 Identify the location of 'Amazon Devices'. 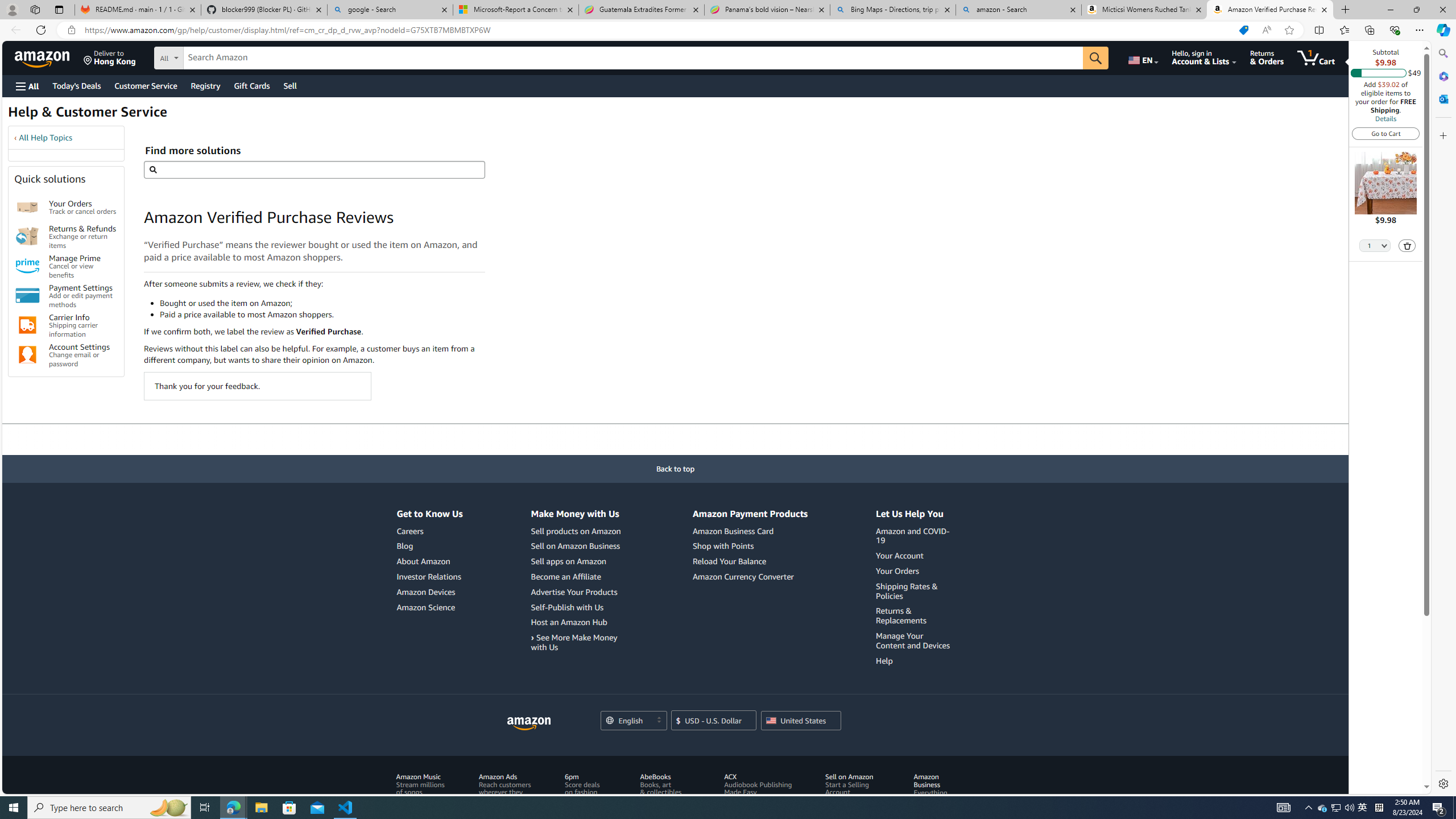
(425, 591).